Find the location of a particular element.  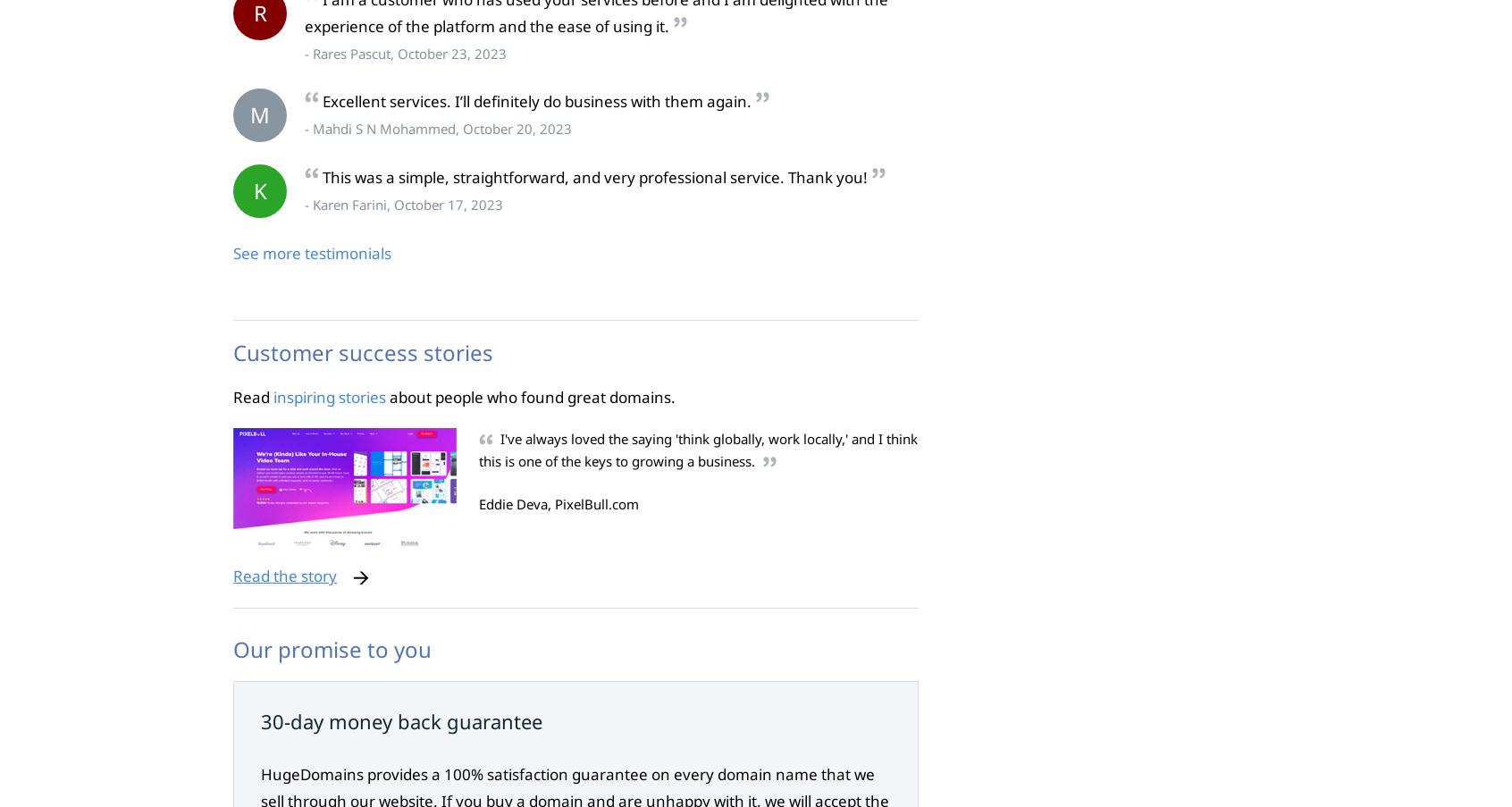

'K' is located at coordinates (258, 190).